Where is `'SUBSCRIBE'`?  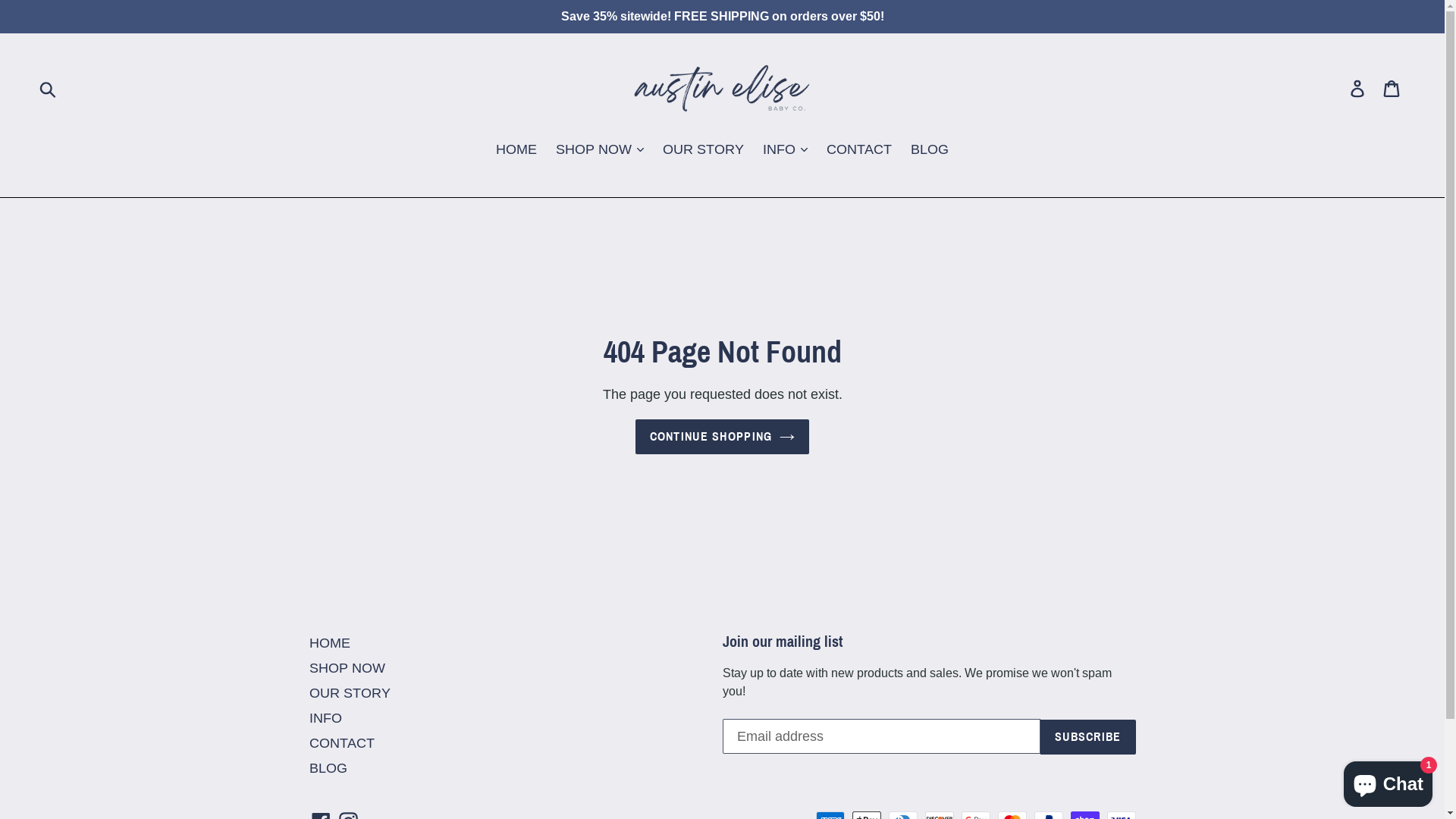 'SUBSCRIBE' is located at coordinates (1087, 736).